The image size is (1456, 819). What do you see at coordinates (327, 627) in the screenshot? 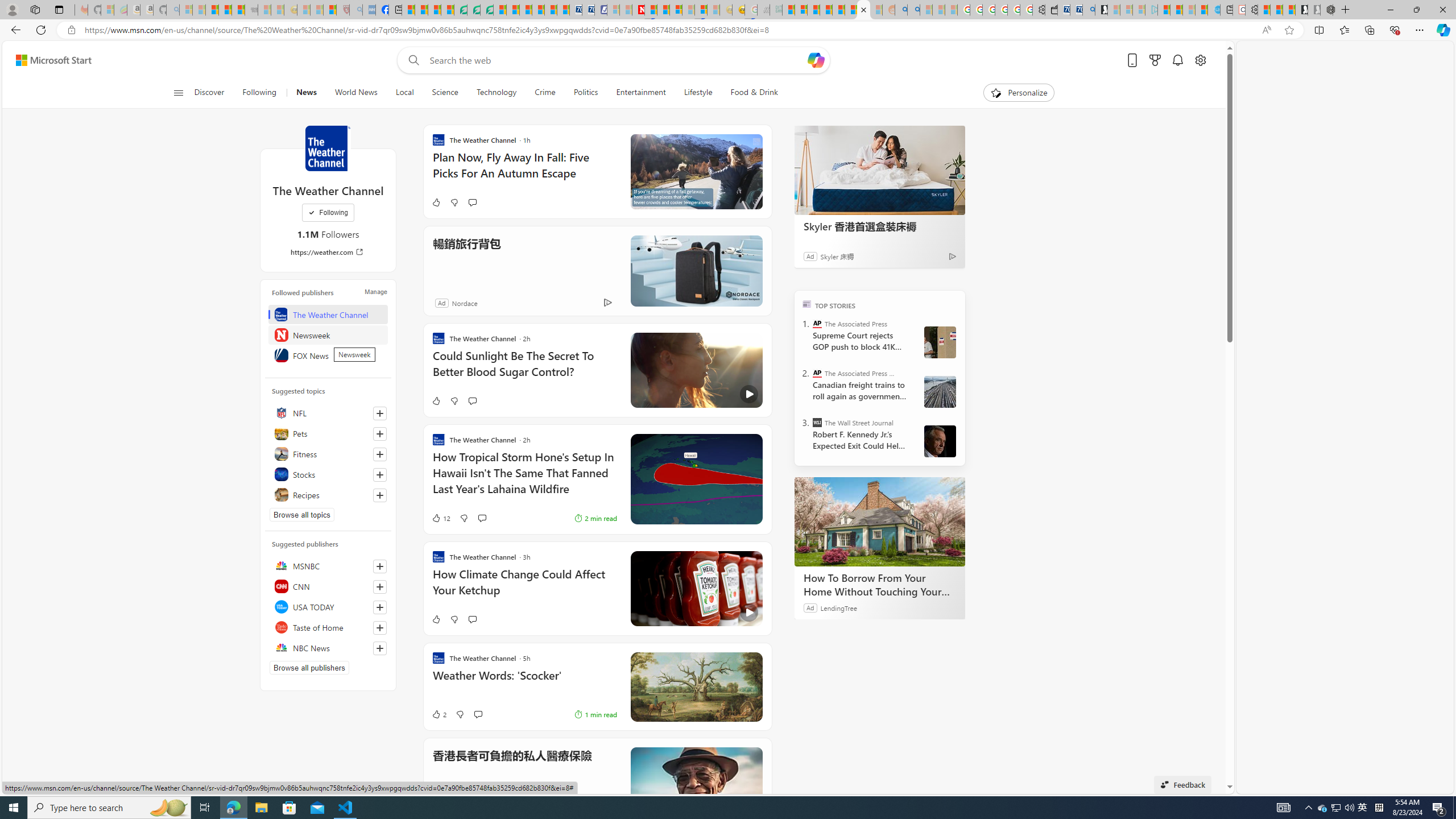
I see `'Taste of Home'` at bounding box center [327, 627].